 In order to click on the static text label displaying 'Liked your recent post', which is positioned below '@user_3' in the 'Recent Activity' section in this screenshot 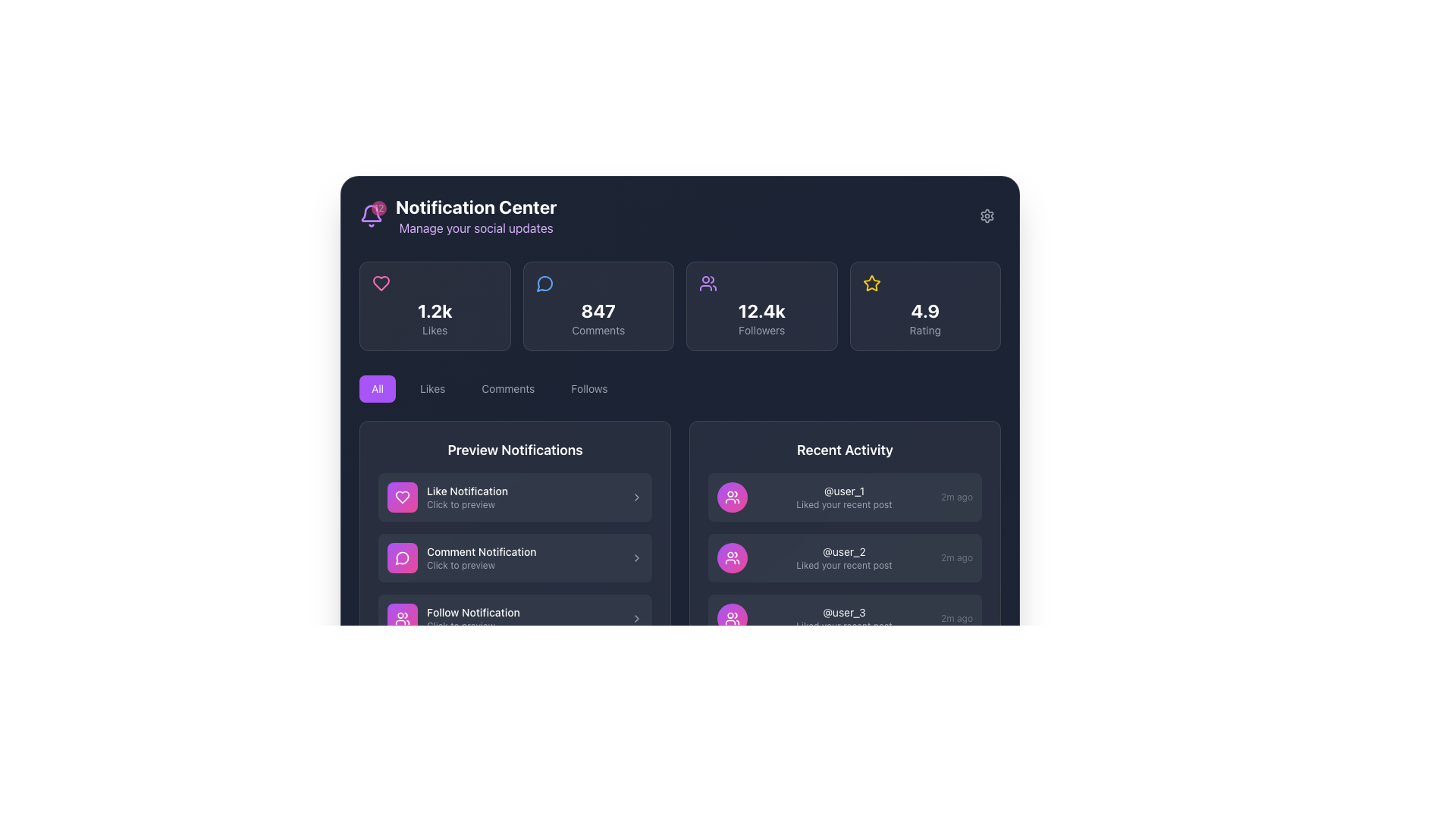, I will do `click(843, 626)`.